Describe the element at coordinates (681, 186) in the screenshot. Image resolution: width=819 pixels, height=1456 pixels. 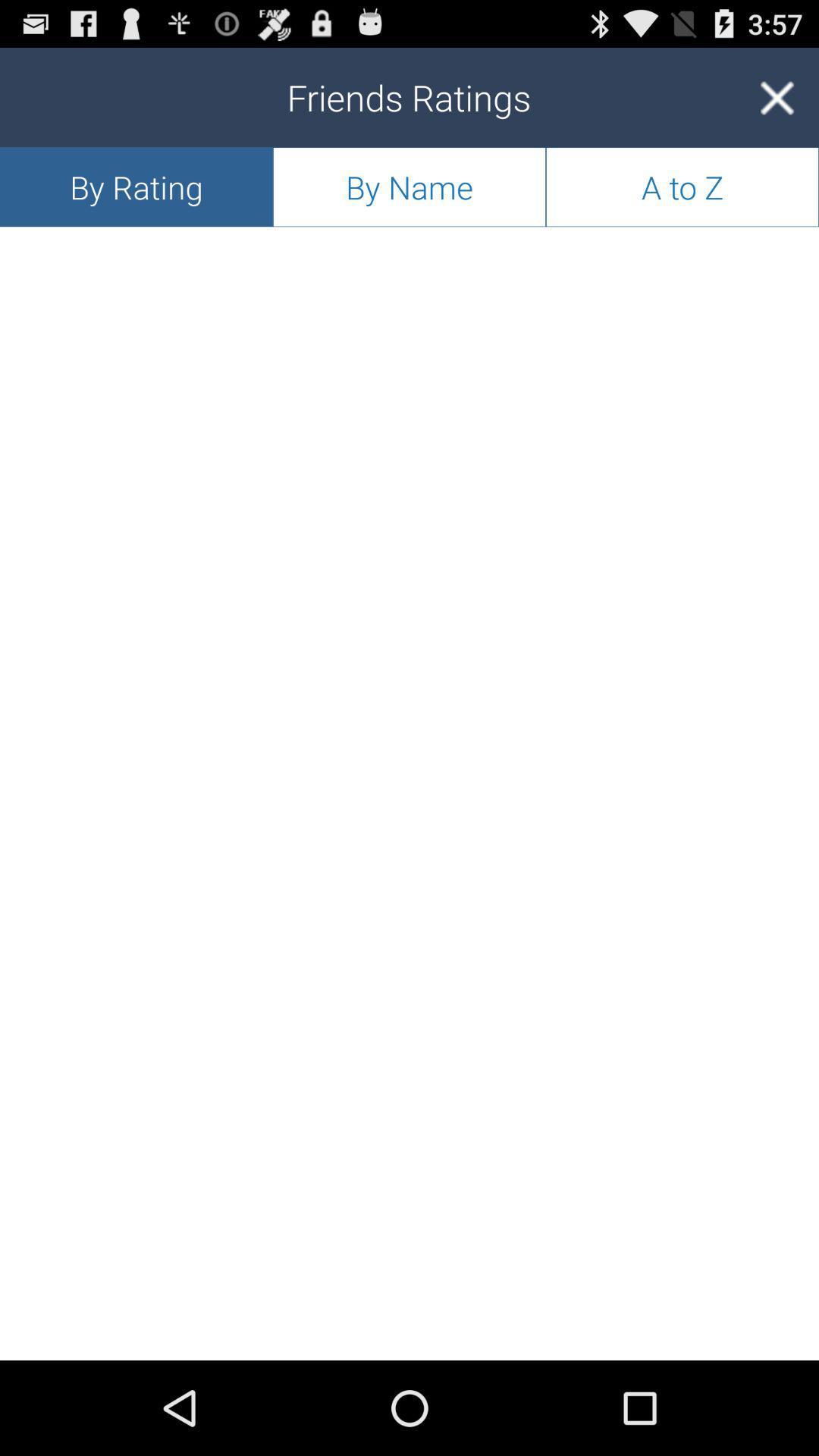
I see `the app next to the by name icon` at that location.